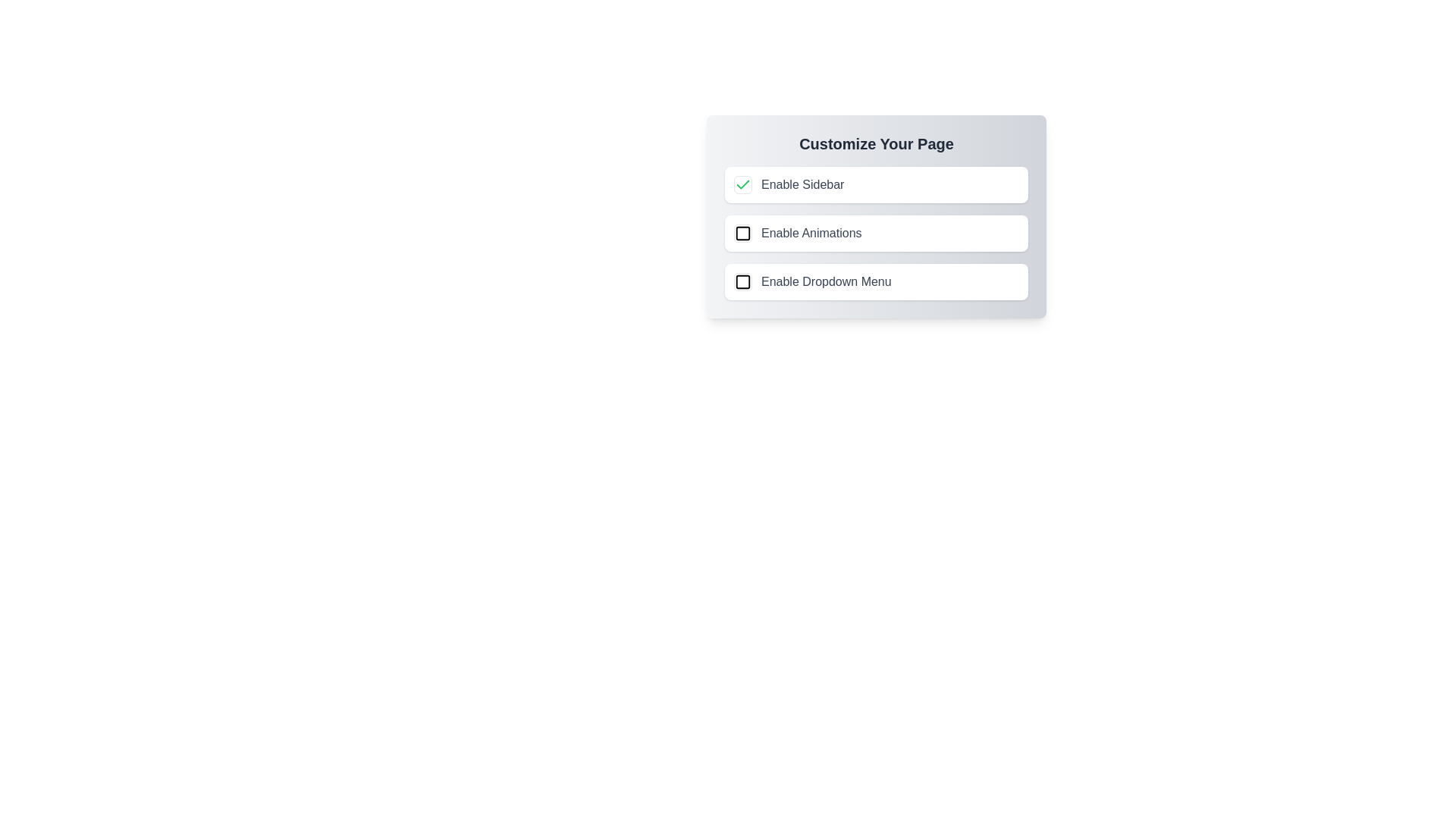 Image resolution: width=1456 pixels, height=819 pixels. Describe the element at coordinates (742, 184) in the screenshot. I see `the checkmark icon styled as an SVG vector image, which is located beside the 'Enable Sidebar' text at the top of the customization options list` at that location.